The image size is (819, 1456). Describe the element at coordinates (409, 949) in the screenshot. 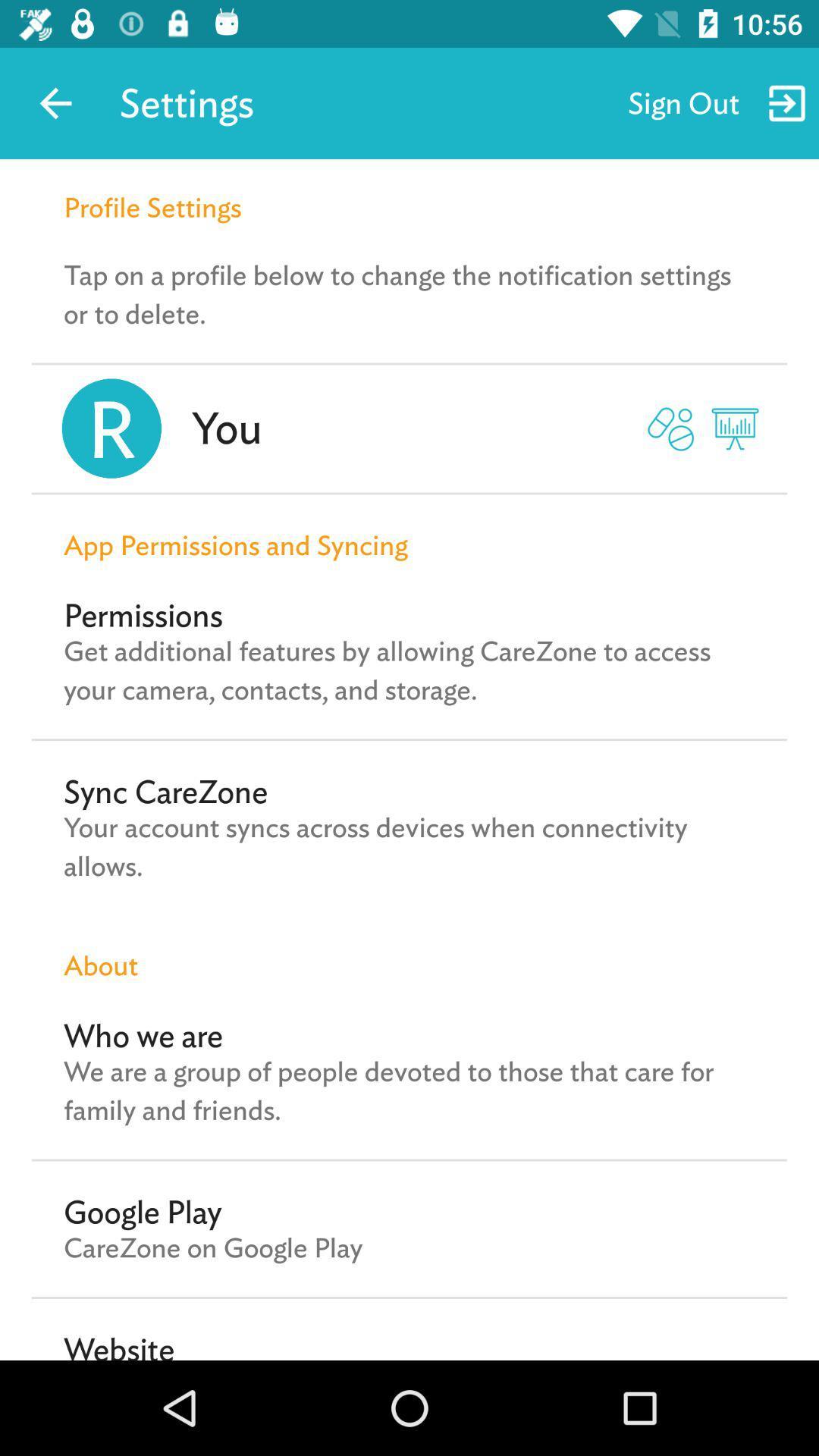

I see `item below the your account syncs` at that location.